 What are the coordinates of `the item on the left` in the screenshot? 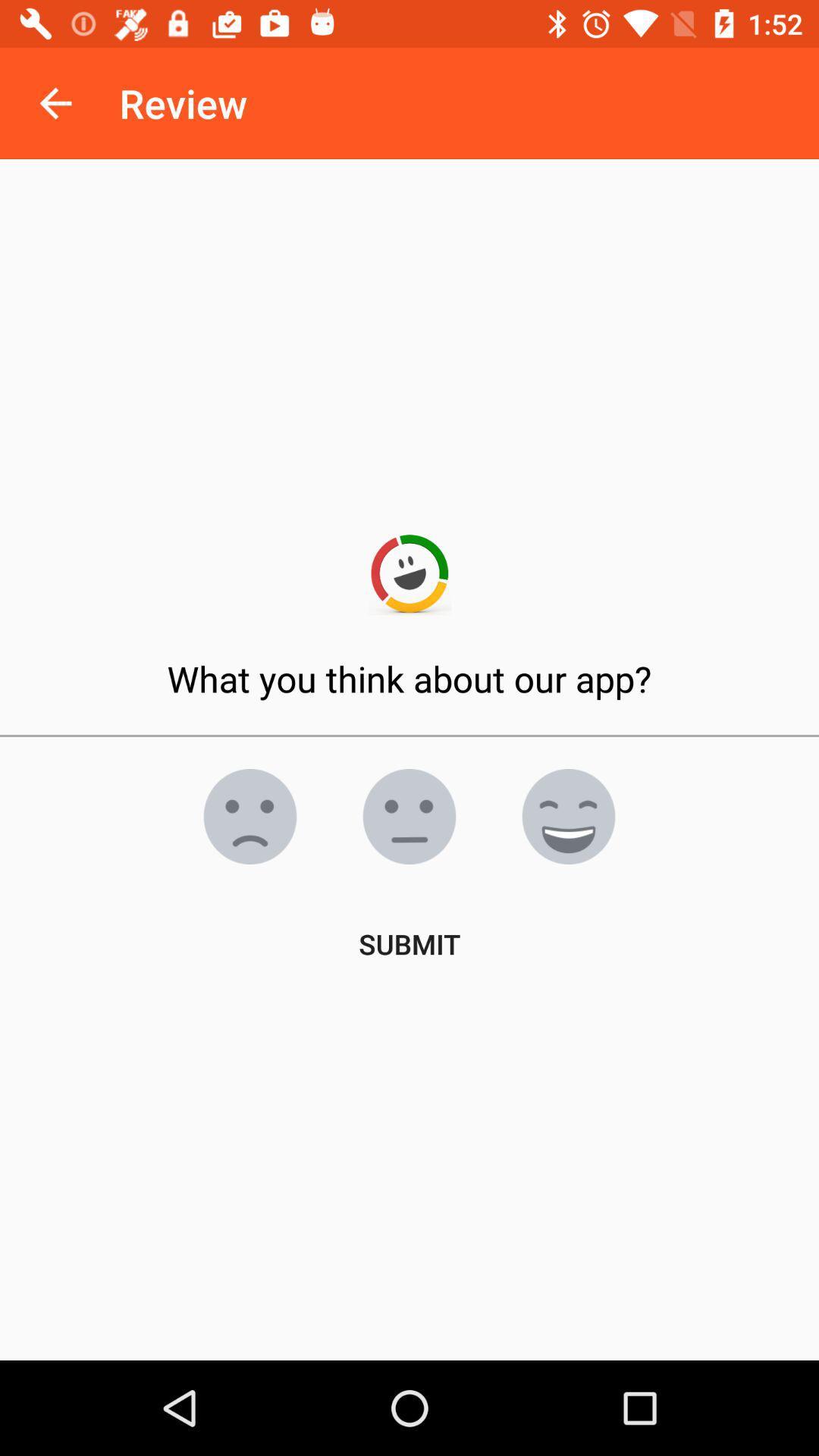 It's located at (249, 815).